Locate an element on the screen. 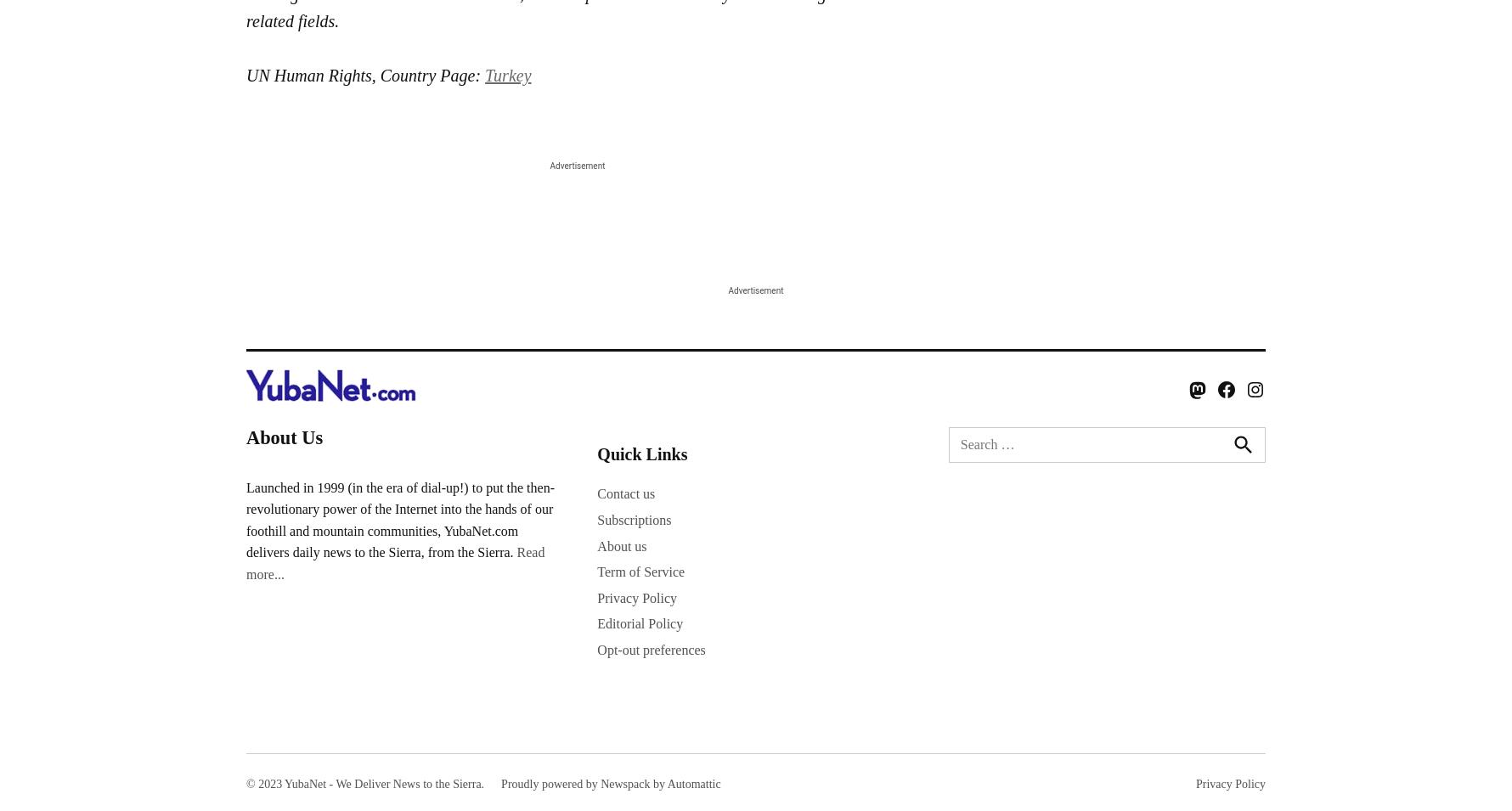  'Quick Links' is located at coordinates (641, 453).